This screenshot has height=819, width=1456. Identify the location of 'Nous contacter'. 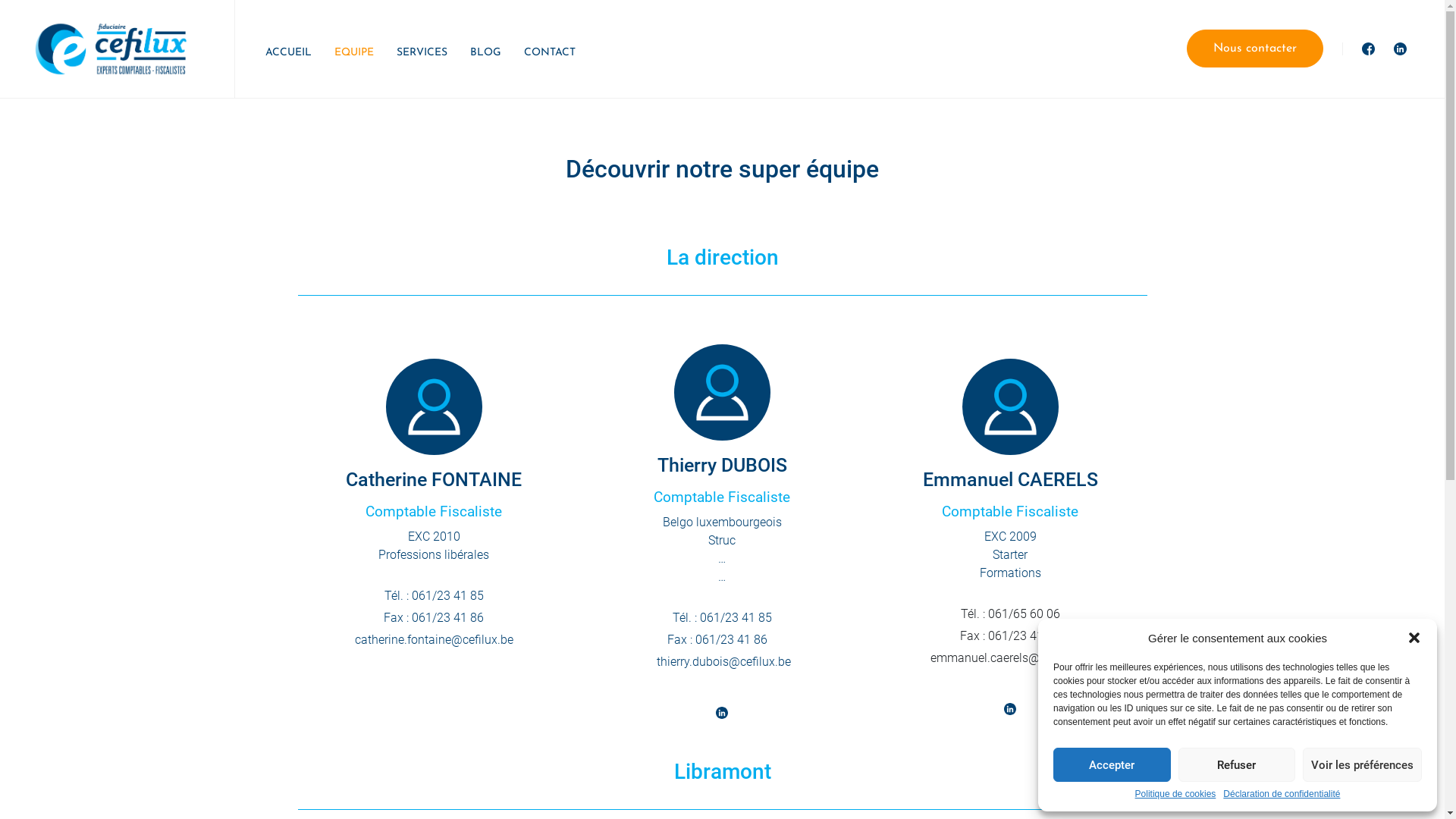
(1255, 48).